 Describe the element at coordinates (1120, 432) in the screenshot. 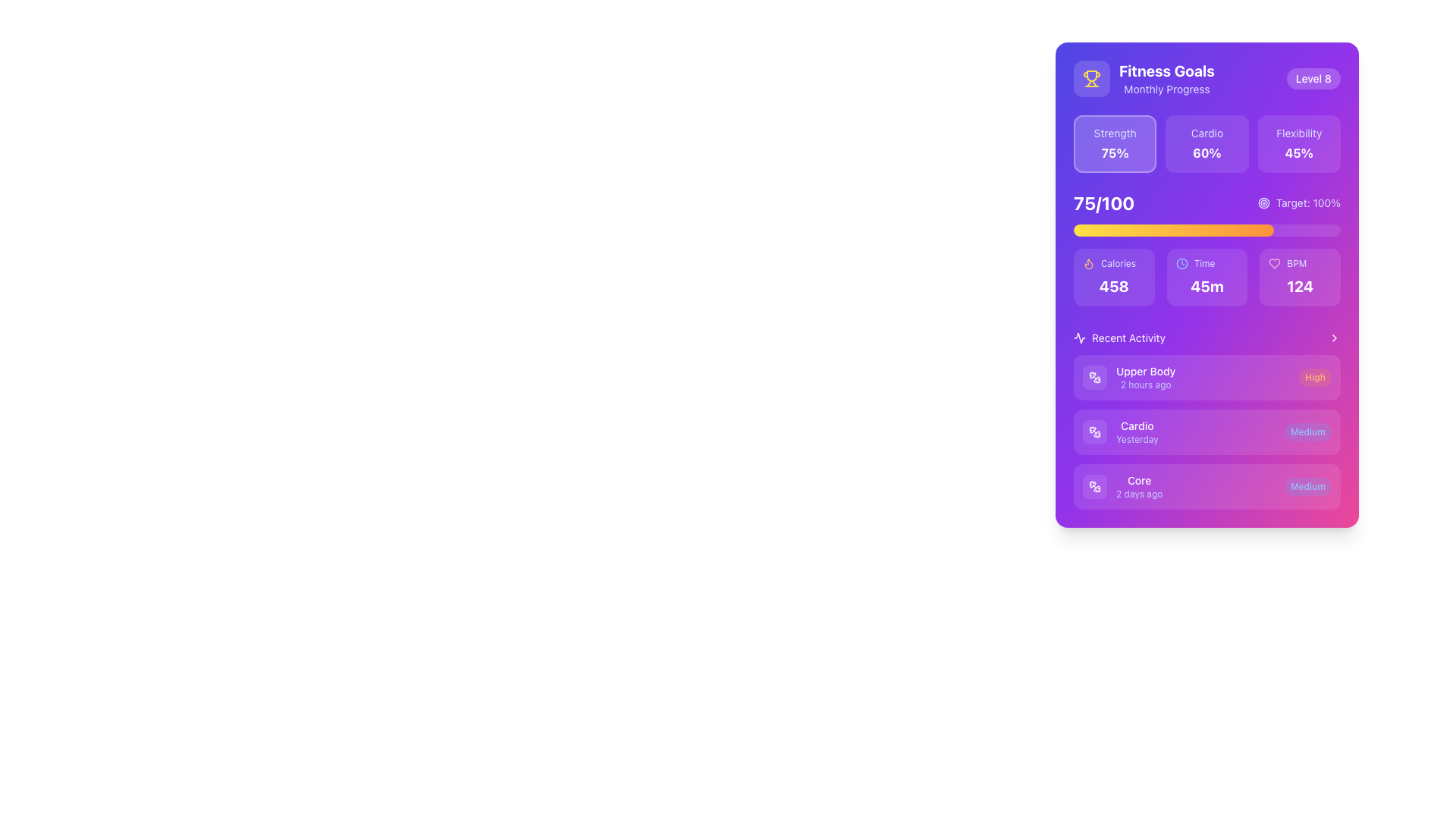

I see `the 'Cardio' activity card, which is the second entry in the 'Recent Activity' section` at that location.